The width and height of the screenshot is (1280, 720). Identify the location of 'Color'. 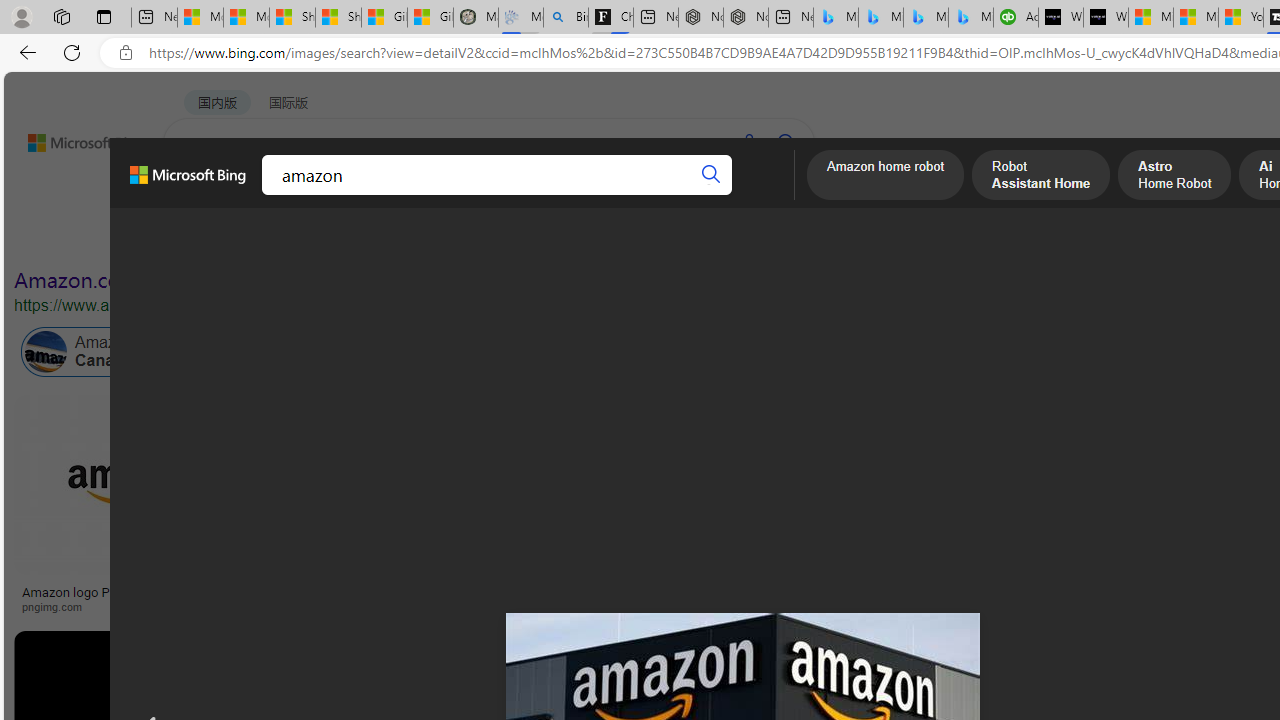
(304, 236).